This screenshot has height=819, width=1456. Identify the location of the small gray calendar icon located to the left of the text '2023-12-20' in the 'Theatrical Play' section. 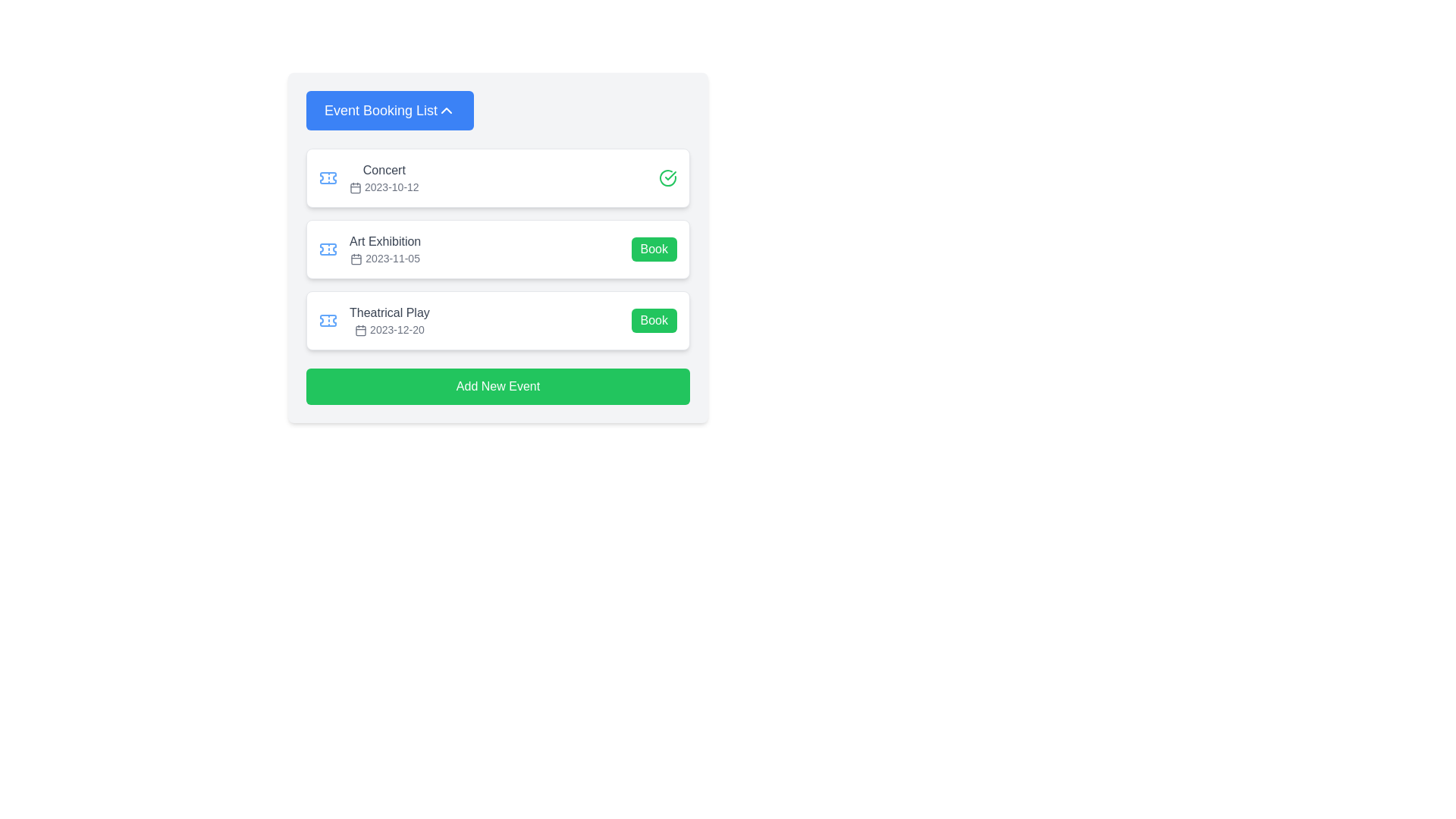
(360, 330).